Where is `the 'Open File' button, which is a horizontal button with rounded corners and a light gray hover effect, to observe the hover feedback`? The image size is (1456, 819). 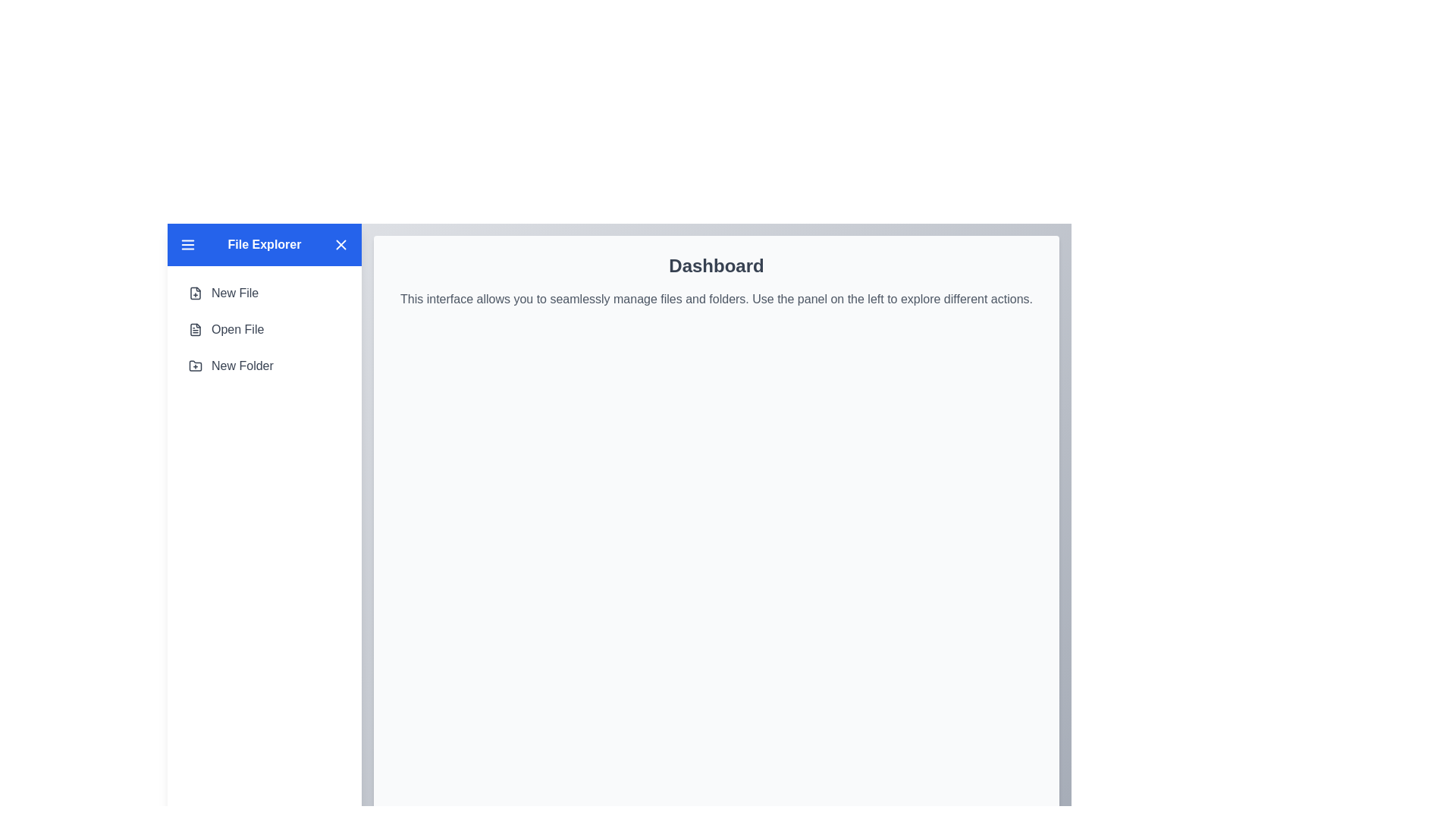 the 'Open File' button, which is a horizontal button with rounded corners and a light gray hover effect, to observe the hover feedback is located at coordinates (225, 329).